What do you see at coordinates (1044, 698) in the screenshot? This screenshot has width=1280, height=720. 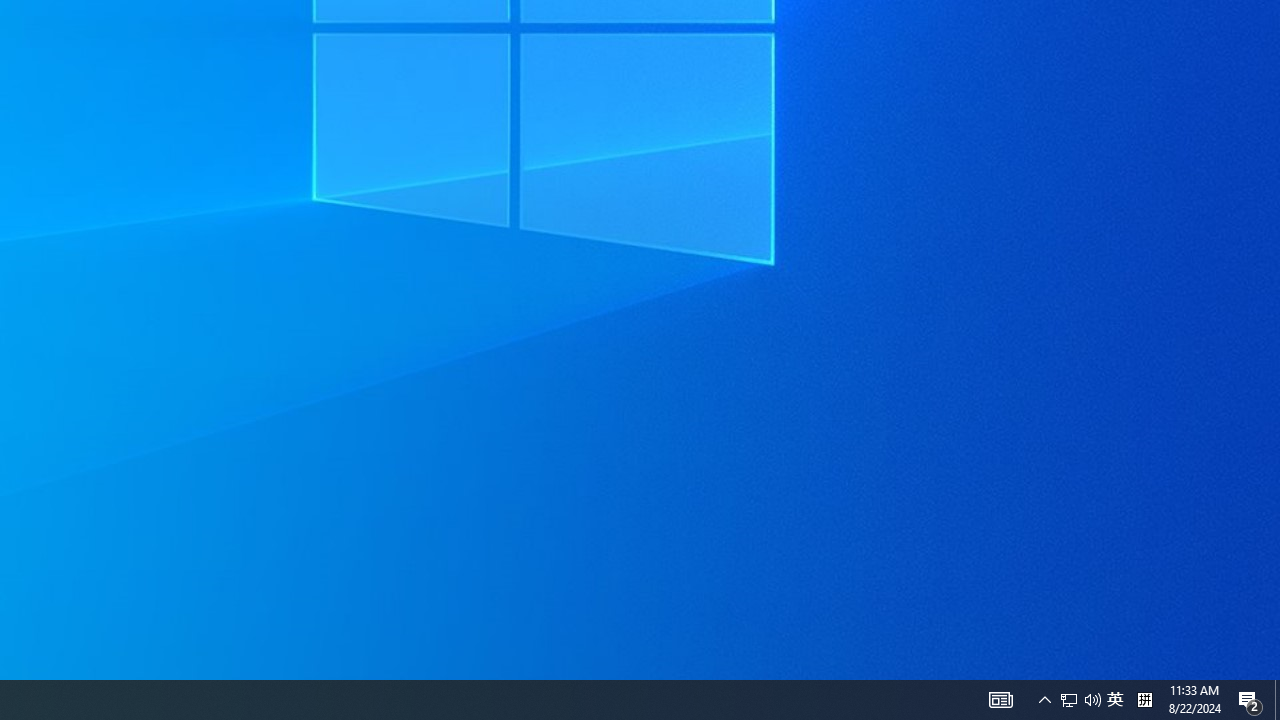 I see `'Q2790: 100%'` at bounding box center [1044, 698].